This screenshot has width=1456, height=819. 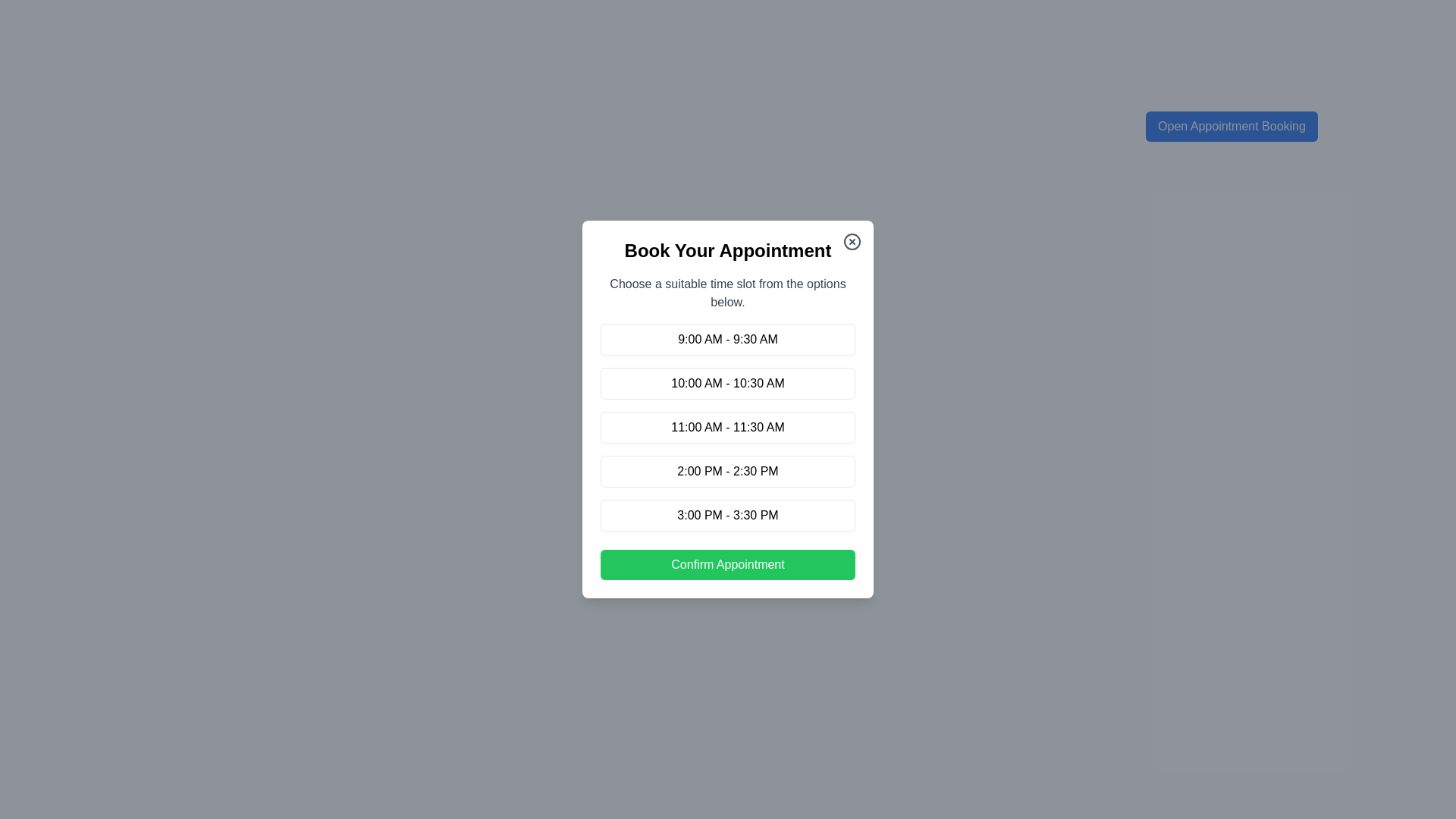 What do you see at coordinates (728, 382) in the screenshot?
I see `the second time slot option for scheduling an appointment` at bounding box center [728, 382].